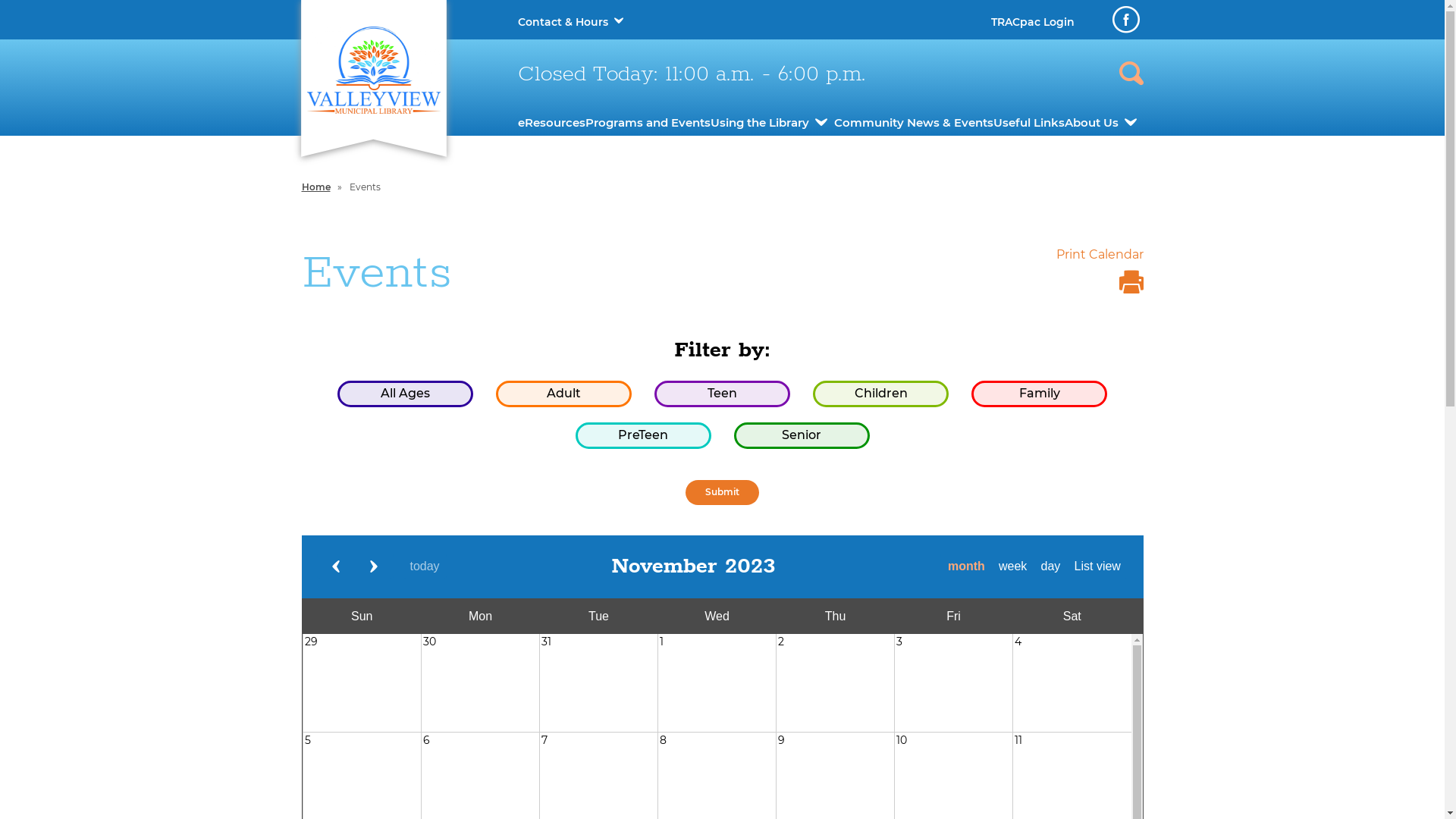 This screenshot has height=819, width=1456. Describe the element at coordinates (405, 393) in the screenshot. I see `'All Ages'` at that location.